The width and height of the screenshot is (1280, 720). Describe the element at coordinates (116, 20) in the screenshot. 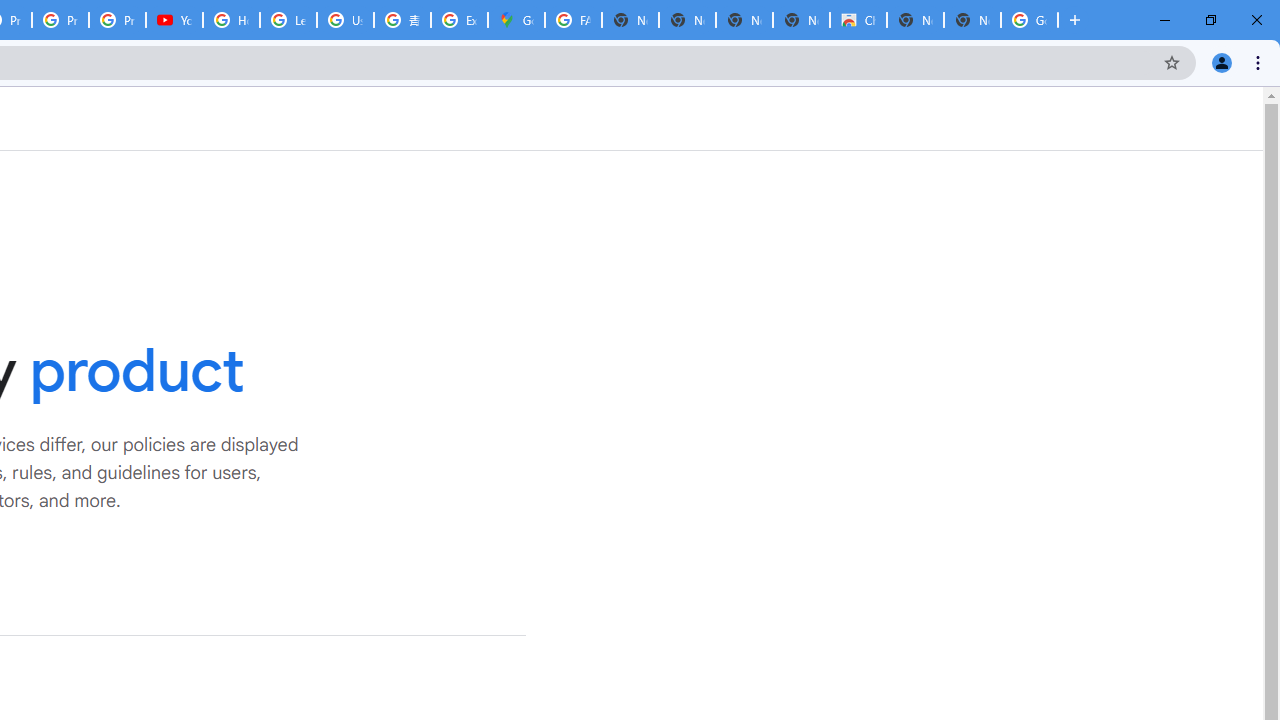

I see `'Privacy Checkup'` at that location.